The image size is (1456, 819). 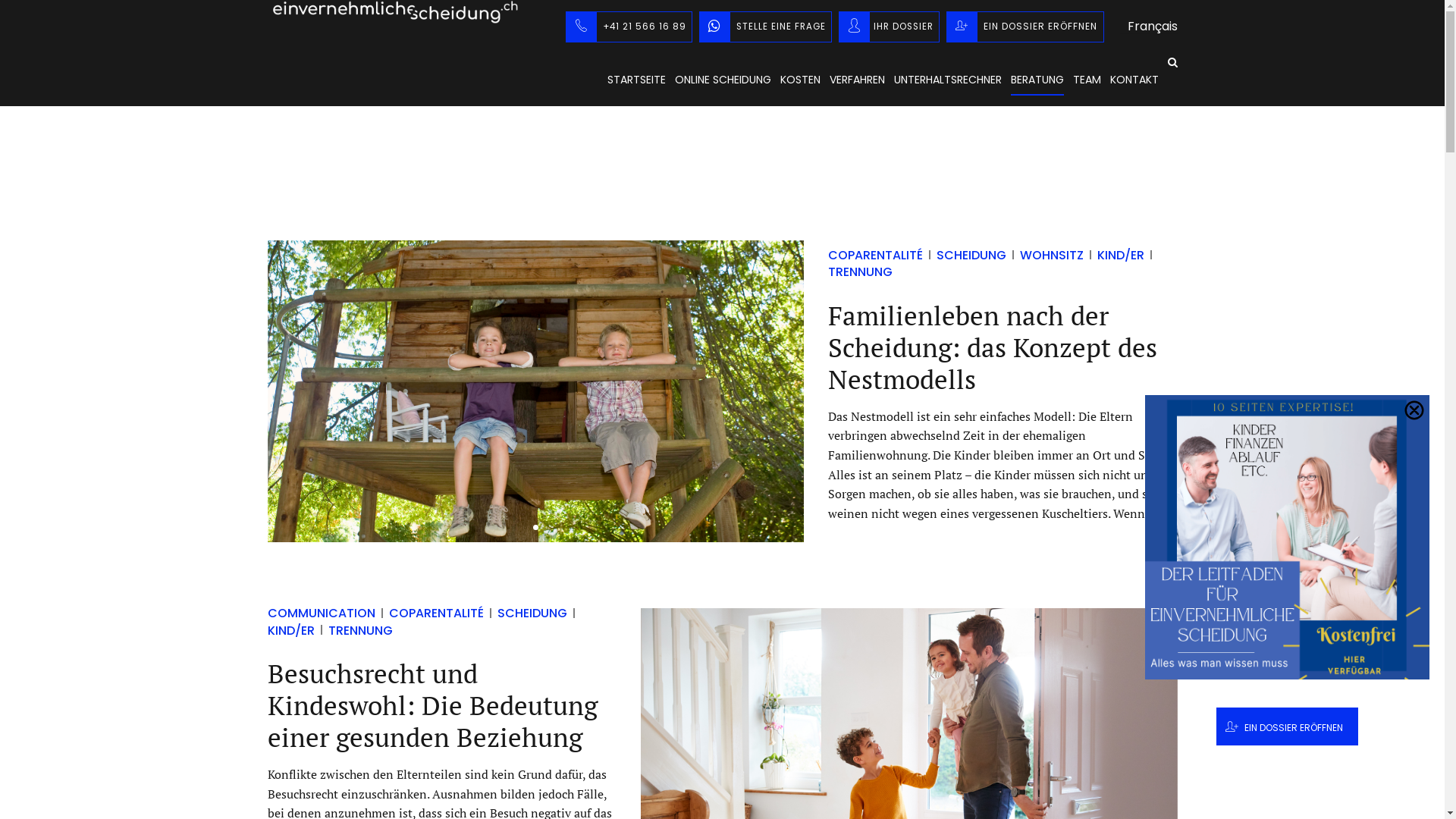 I want to click on 'BERATUNG', so click(x=1009, y=79).